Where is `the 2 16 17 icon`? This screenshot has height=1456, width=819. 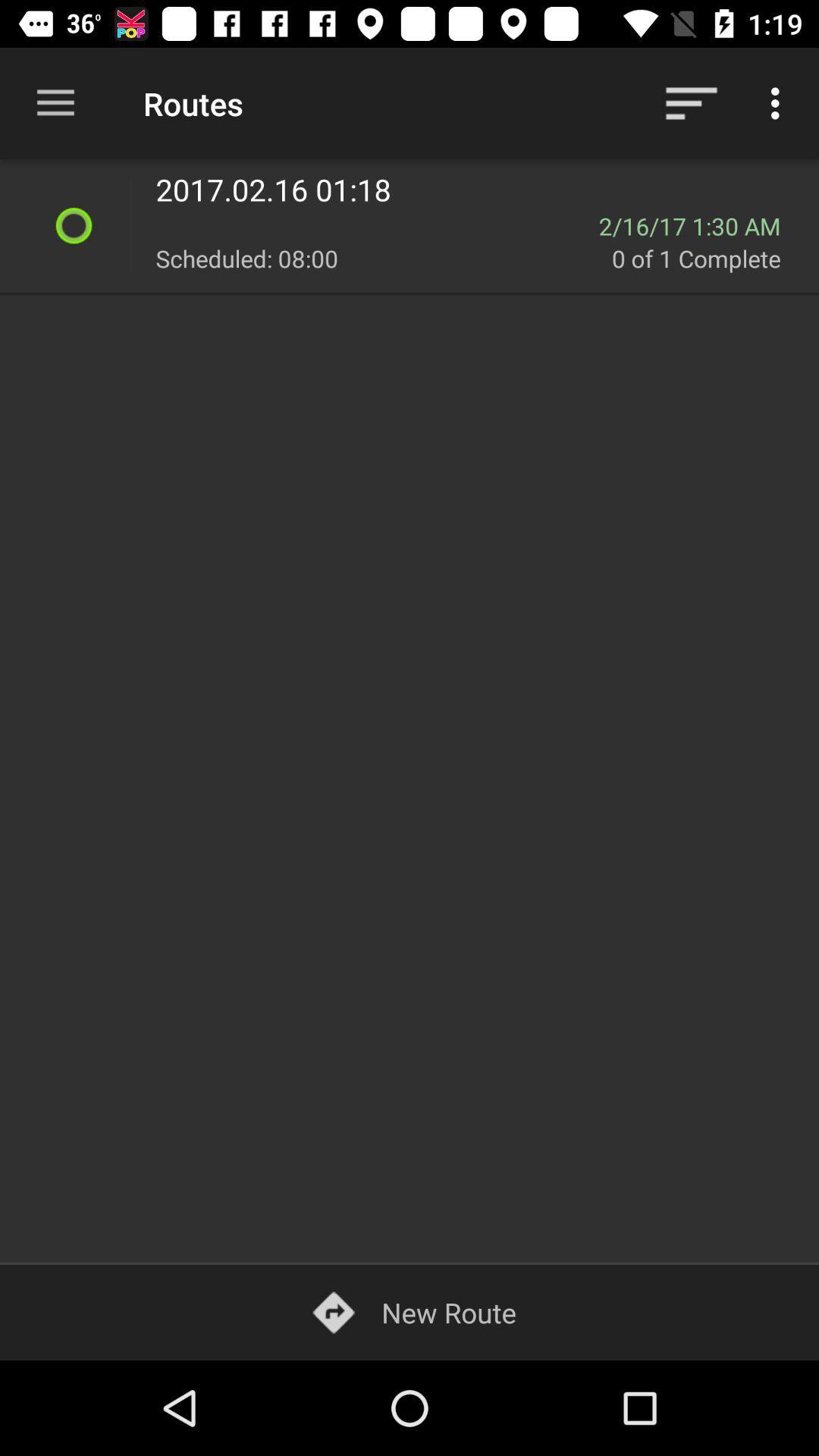
the 2 16 17 icon is located at coordinates (699, 225).